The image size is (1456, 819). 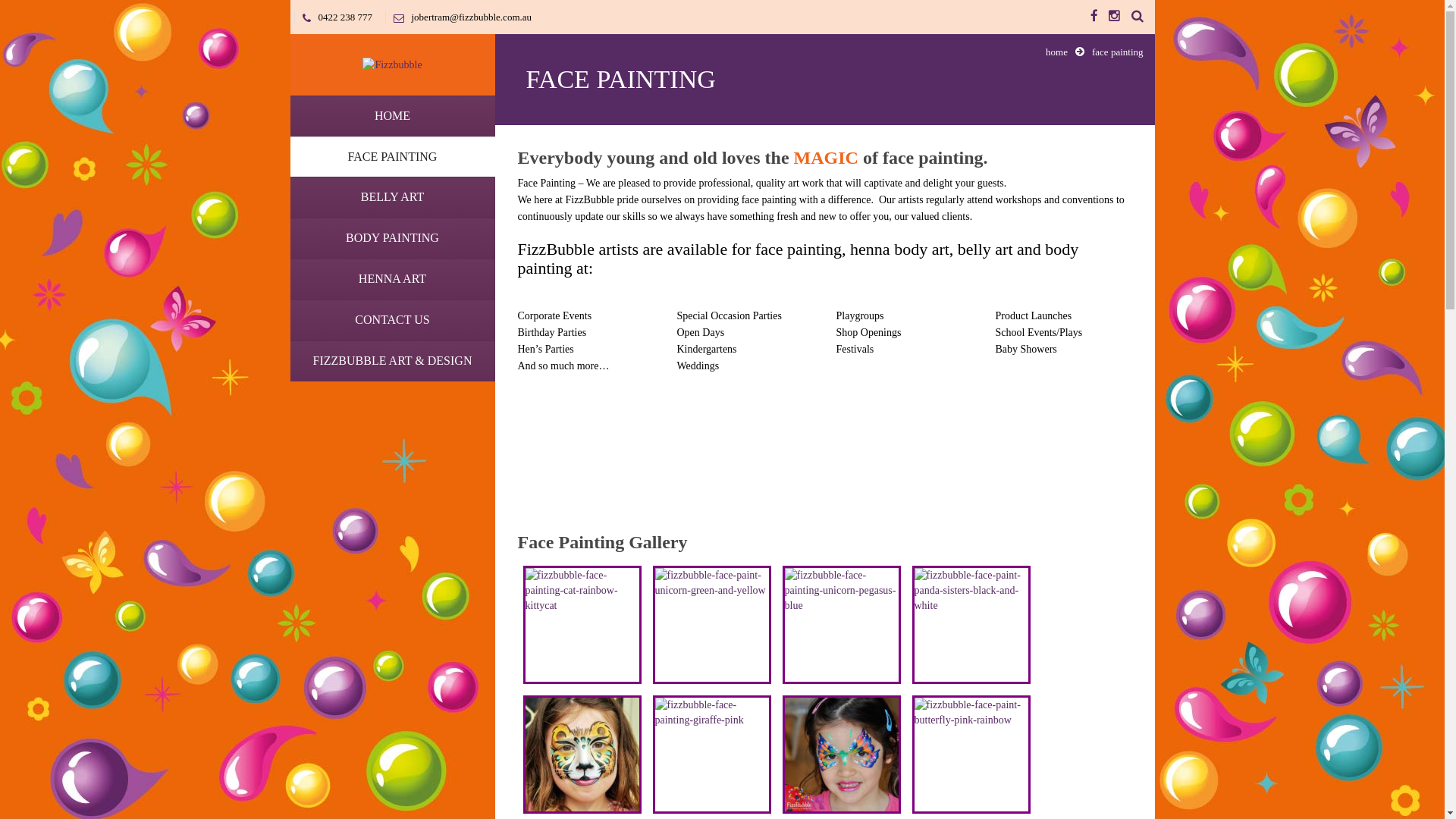 I want to click on 'CONTACT US', so click(x=392, y=318).